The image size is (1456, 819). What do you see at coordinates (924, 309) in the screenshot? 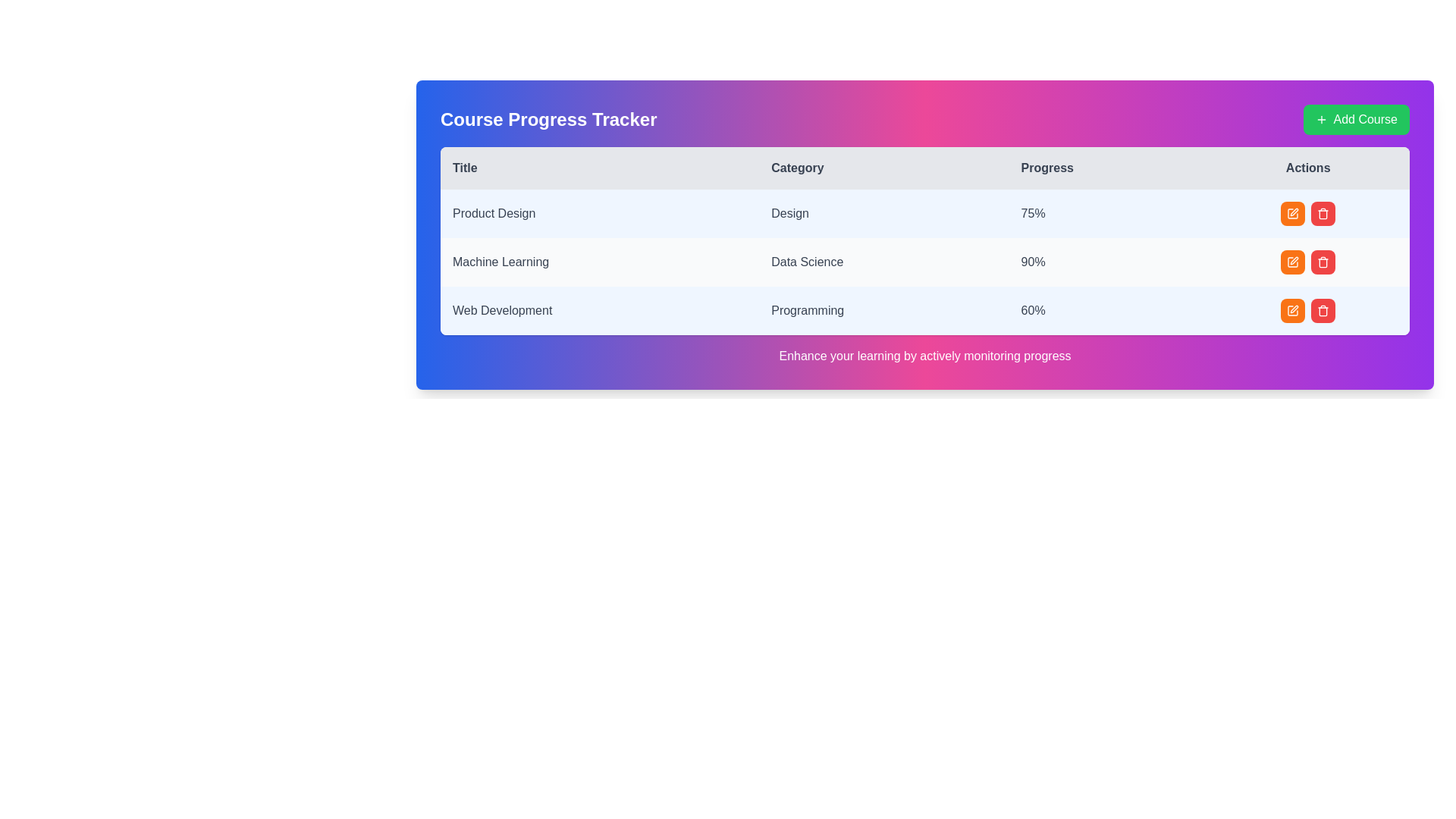
I see `contents of the third row in the table displaying 'Web Development', 'Programming', and '60%' arranged horizontally with a light blue background` at bounding box center [924, 309].